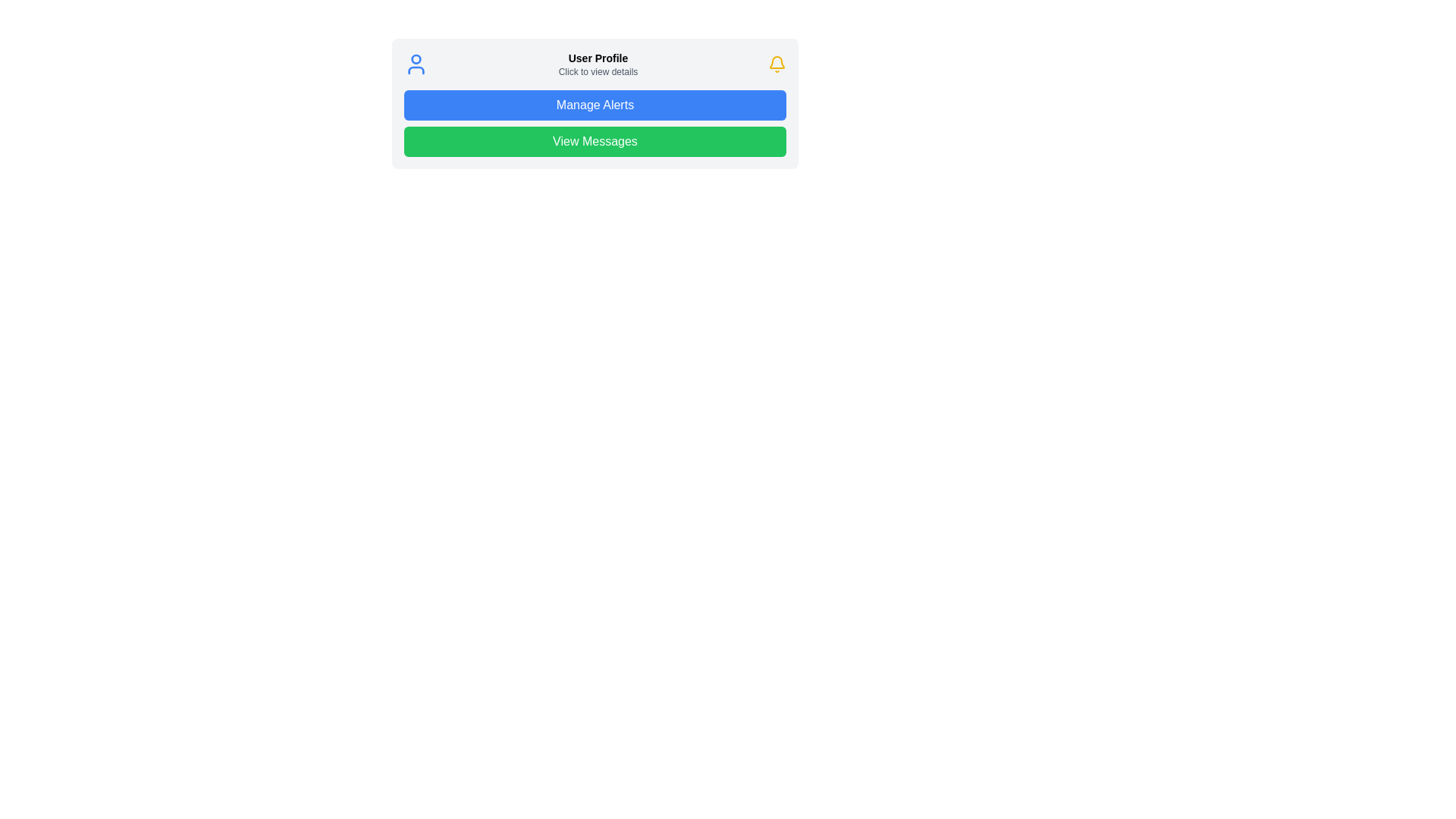 The height and width of the screenshot is (819, 1456). Describe the element at coordinates (597, 63) in the screenshot. I see `the user information section located between the user profile icon and the bell icon` at that location.